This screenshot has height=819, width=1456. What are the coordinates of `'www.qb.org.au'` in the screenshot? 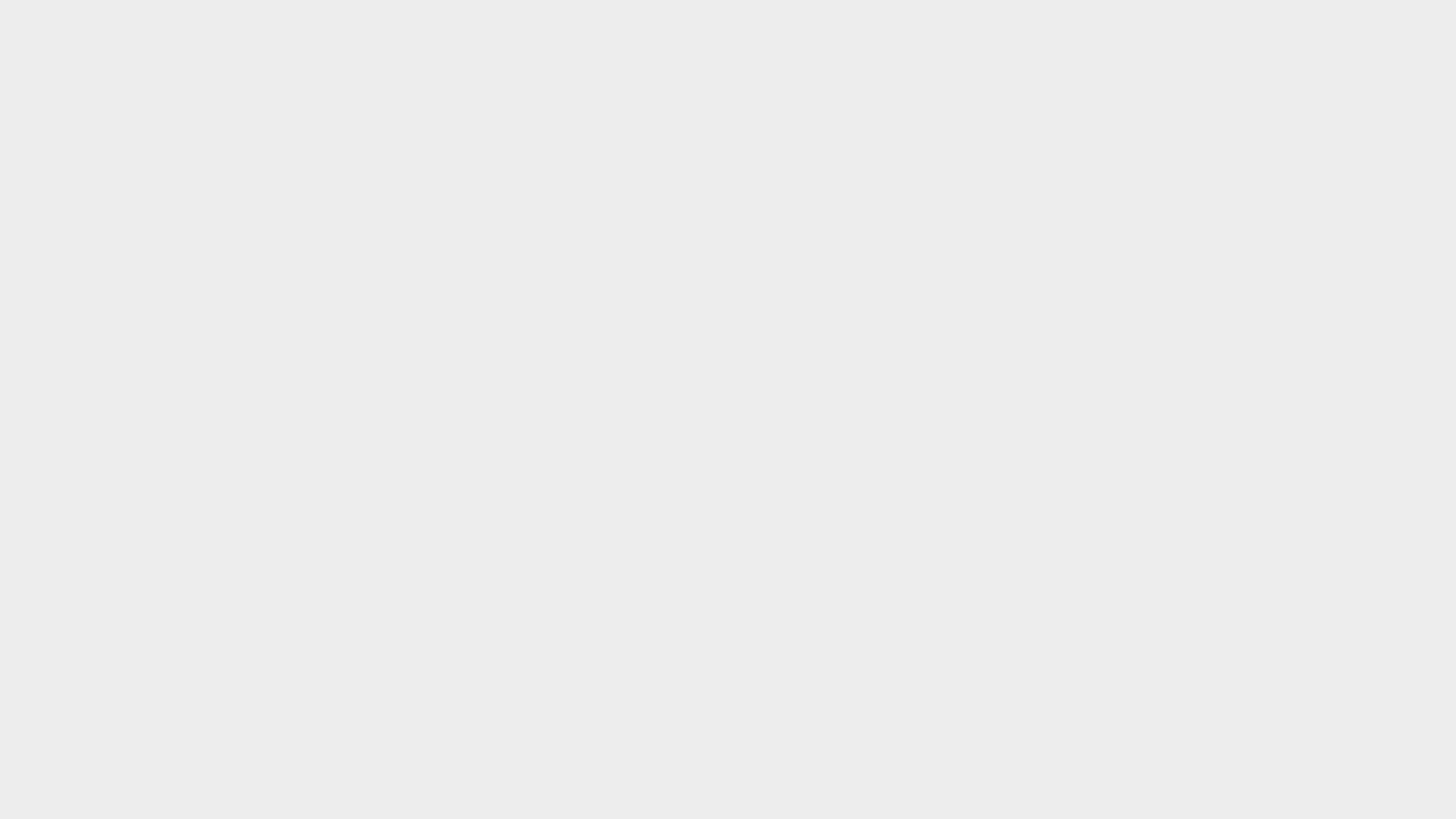 It's located at (811, 795).